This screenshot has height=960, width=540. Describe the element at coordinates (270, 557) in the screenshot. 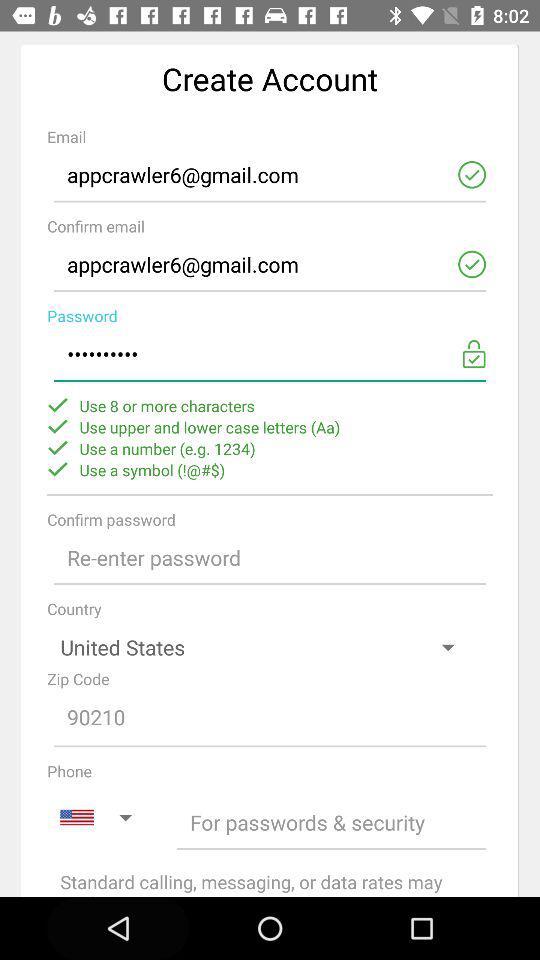

I see `confirm password` at that location.